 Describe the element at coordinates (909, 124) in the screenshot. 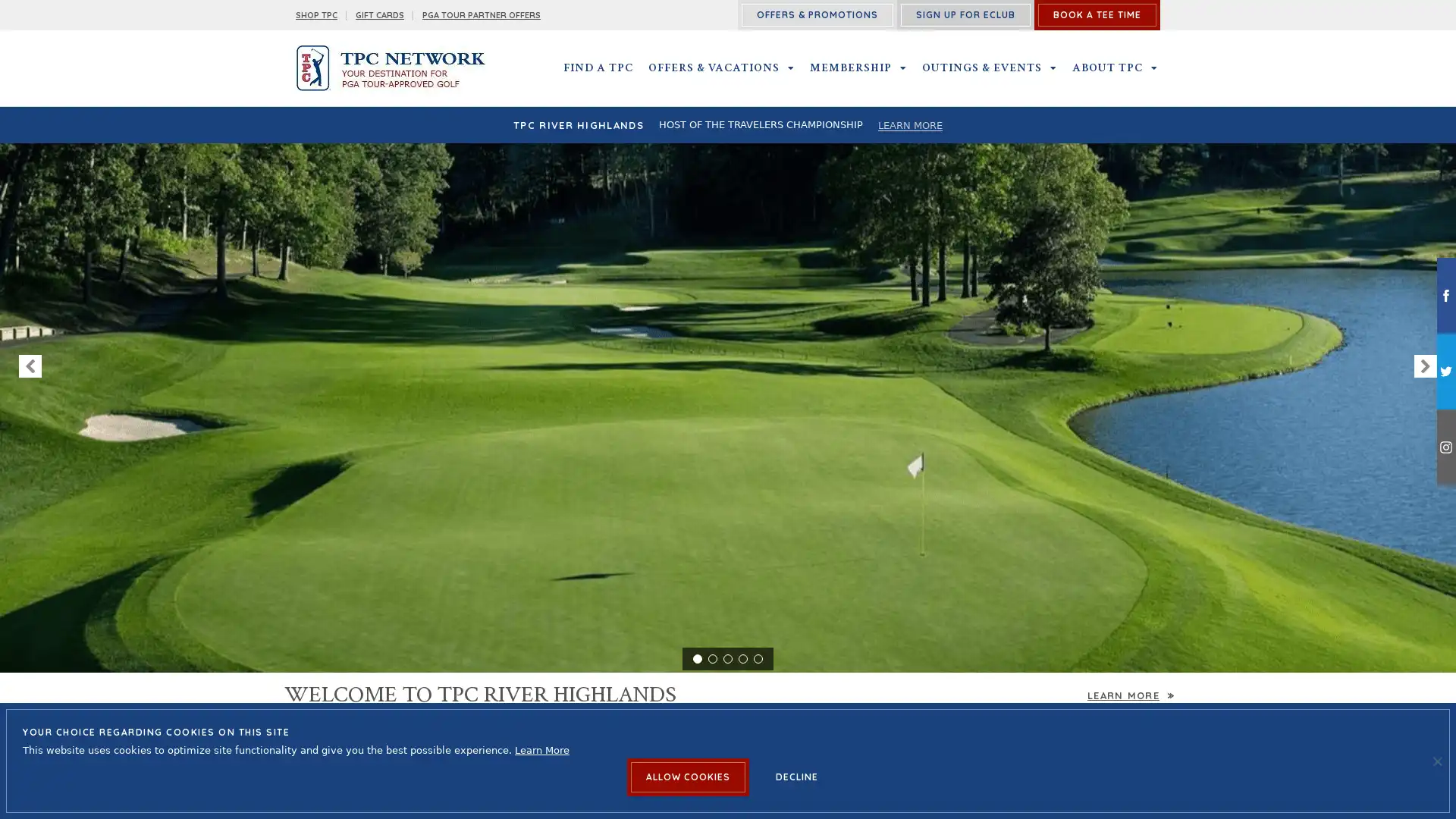

I see `LEARN MORE` at that location.